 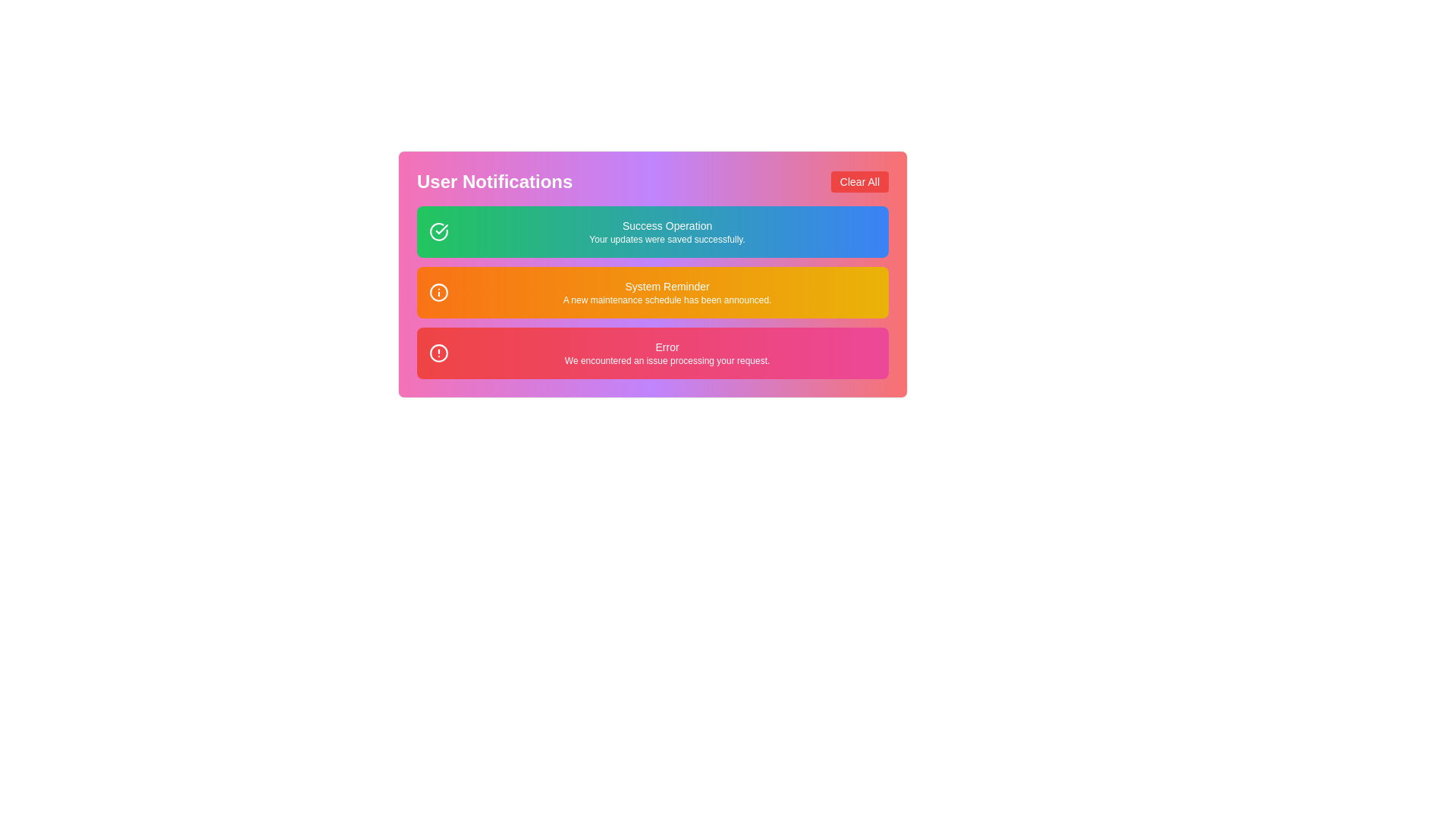 What do you see at coordinates (441, 229) in the screenshot?
I see `checkmark icon located within the green notification card titled 'Success Operation', positioned near the top edge on the left side` at bounding box center [441, 229].